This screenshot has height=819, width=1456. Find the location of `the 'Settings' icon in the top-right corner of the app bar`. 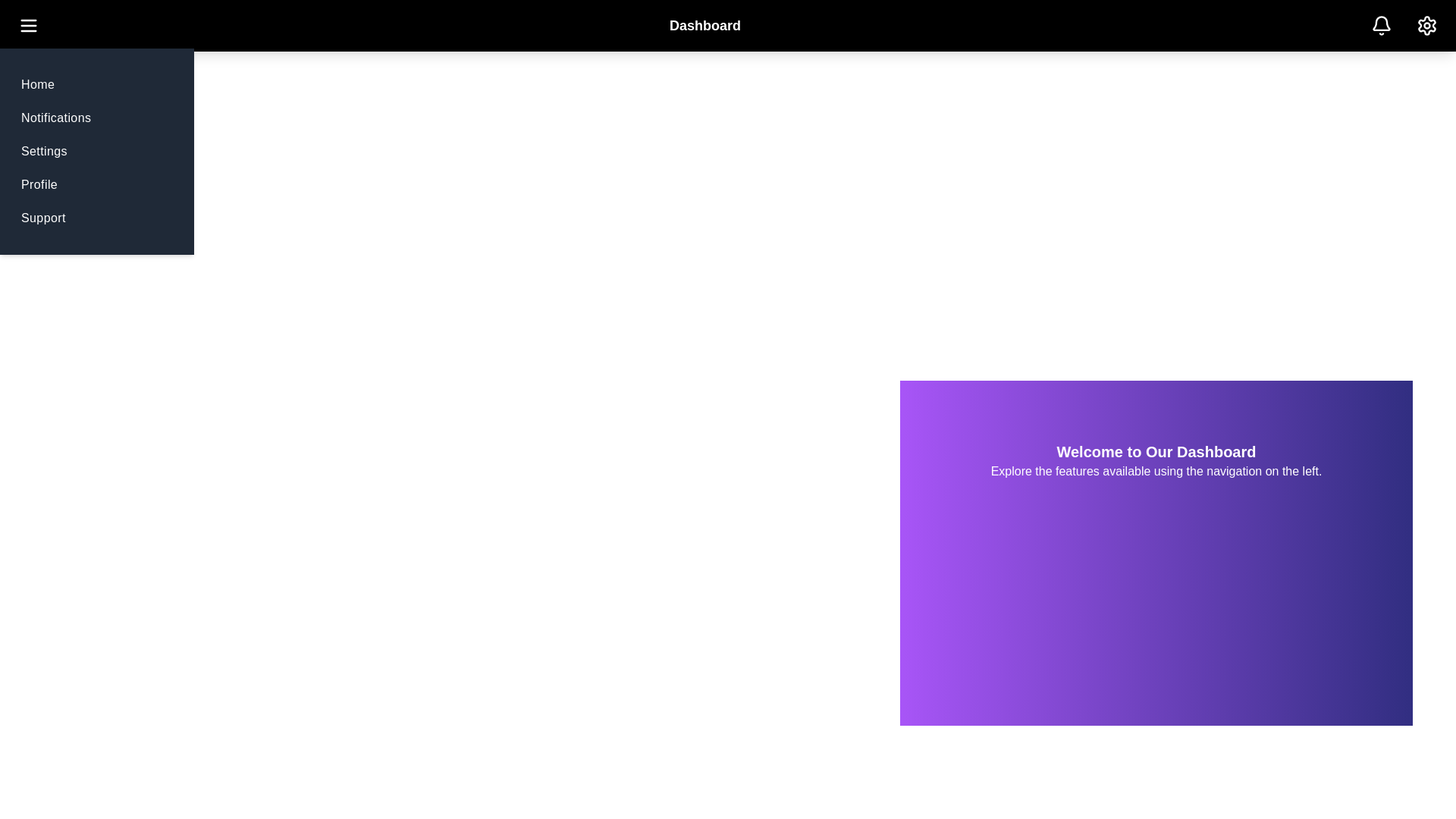

the 'Settings' icon in the top-right corner of the app bar is located at coordinates (1426, 26).